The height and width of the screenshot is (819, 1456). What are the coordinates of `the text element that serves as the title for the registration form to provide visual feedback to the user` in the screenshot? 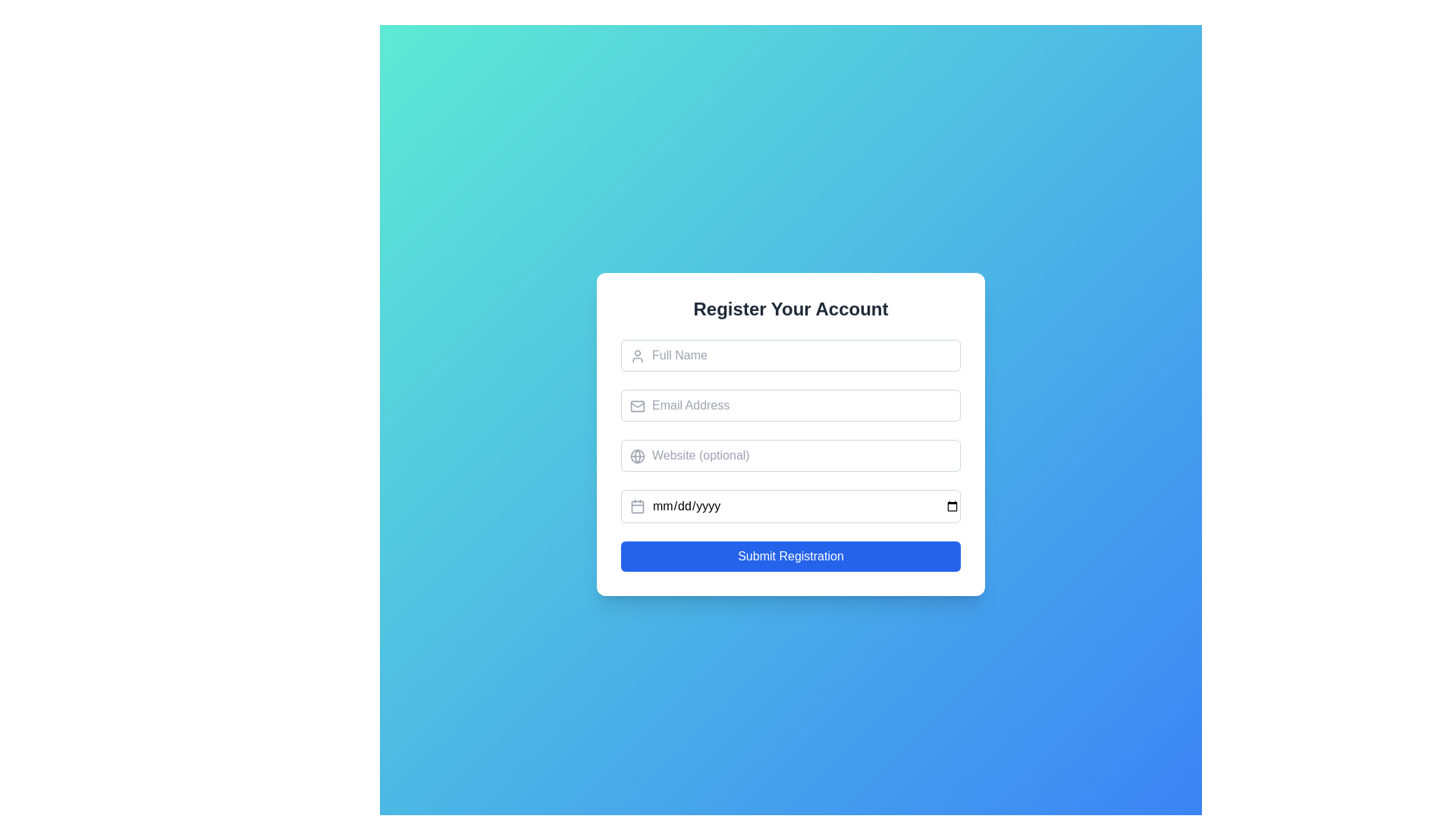 It's located at (789, 309).